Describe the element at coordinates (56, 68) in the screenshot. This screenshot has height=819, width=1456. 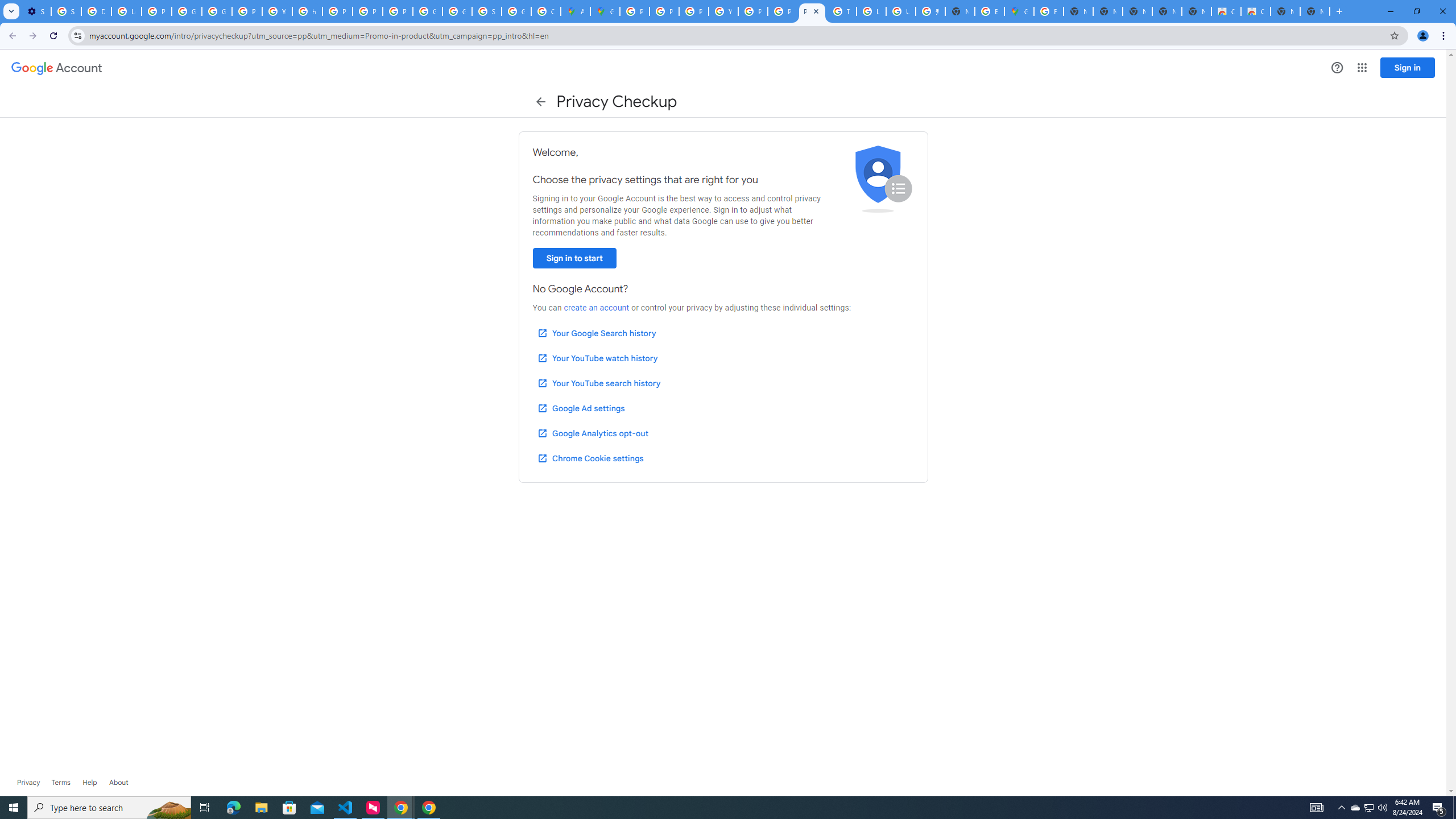
I see `'Google Account settings'` at that location.